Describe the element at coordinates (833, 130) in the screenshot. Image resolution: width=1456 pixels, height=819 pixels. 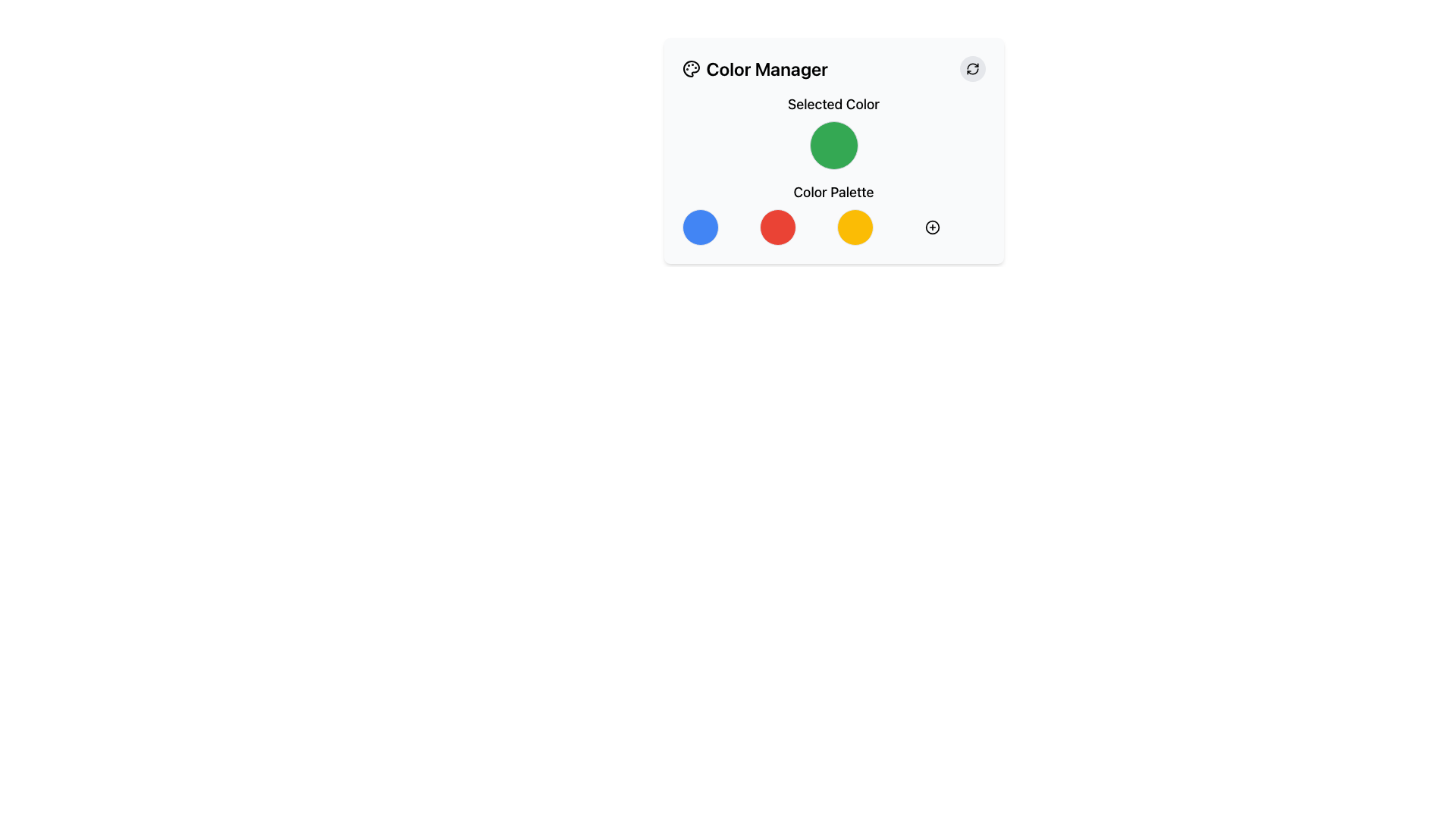
I see `the circular green icon located below the 'Selected Color' text in the 'Color Manager' interface` at that location.